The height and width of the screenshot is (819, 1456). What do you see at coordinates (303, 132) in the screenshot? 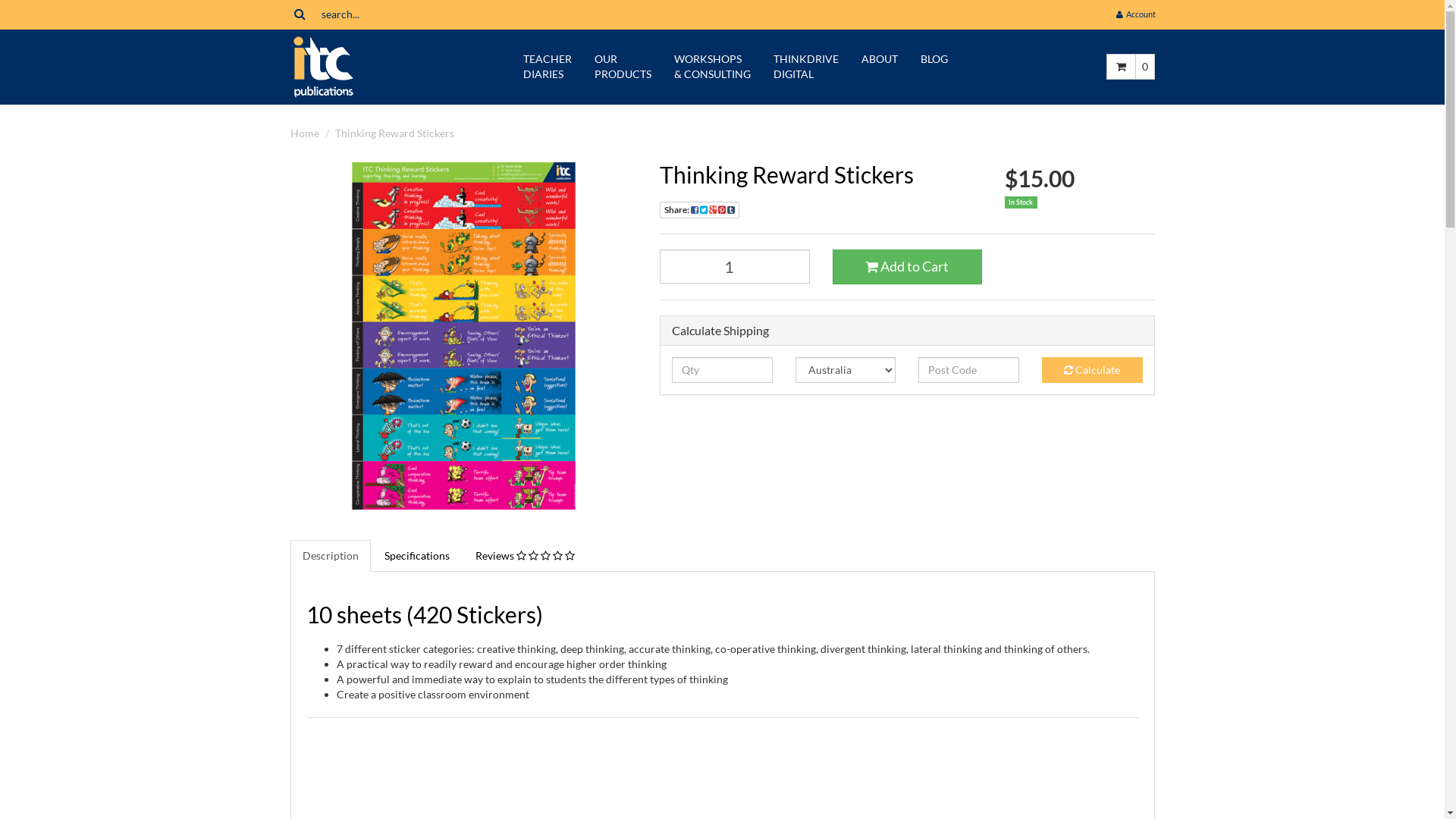
I see `'Home'` at bounding box center [303, 132].